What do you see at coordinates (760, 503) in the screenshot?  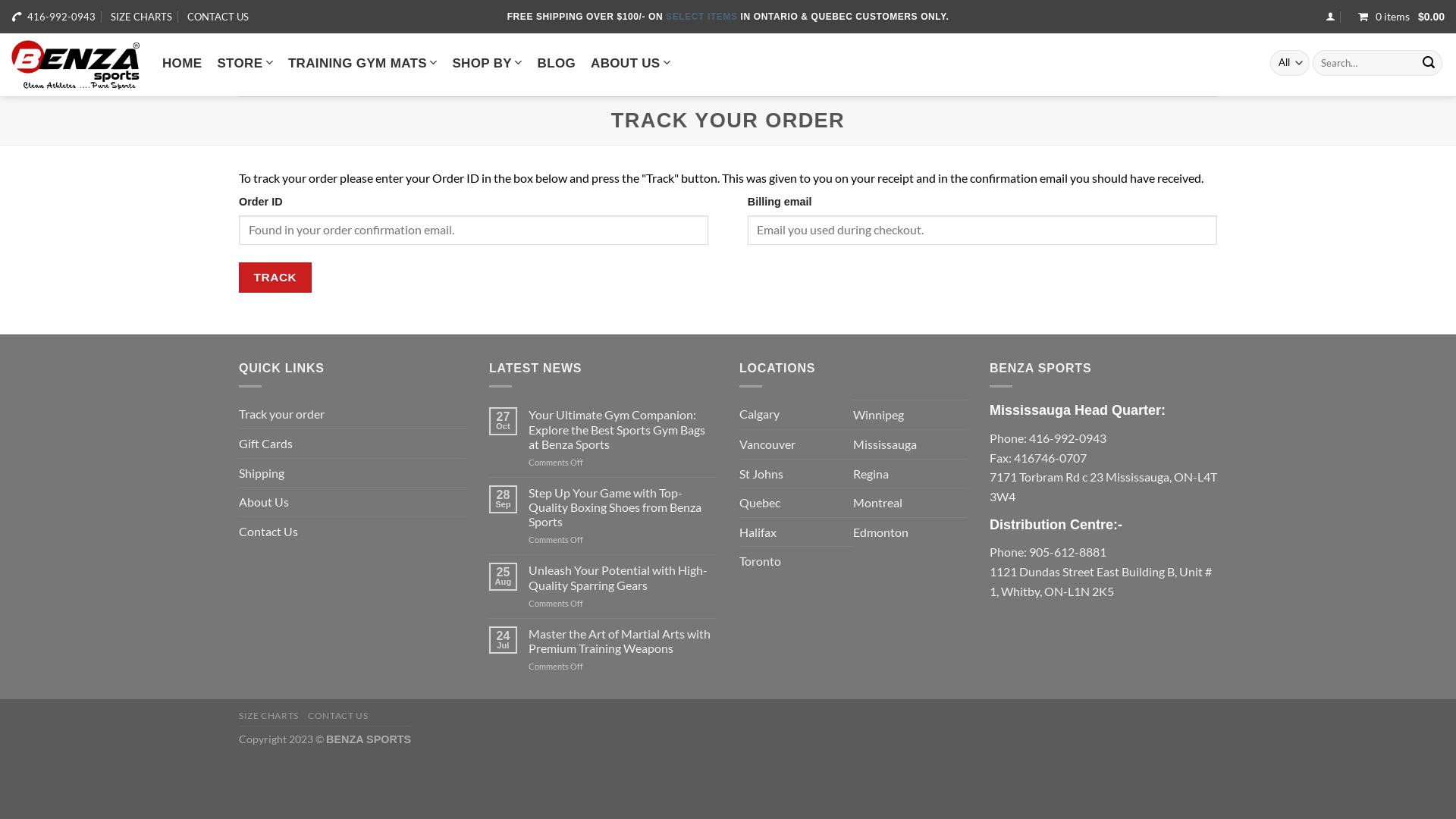 I see `'Quebec'` at bounding box center [760, 503].